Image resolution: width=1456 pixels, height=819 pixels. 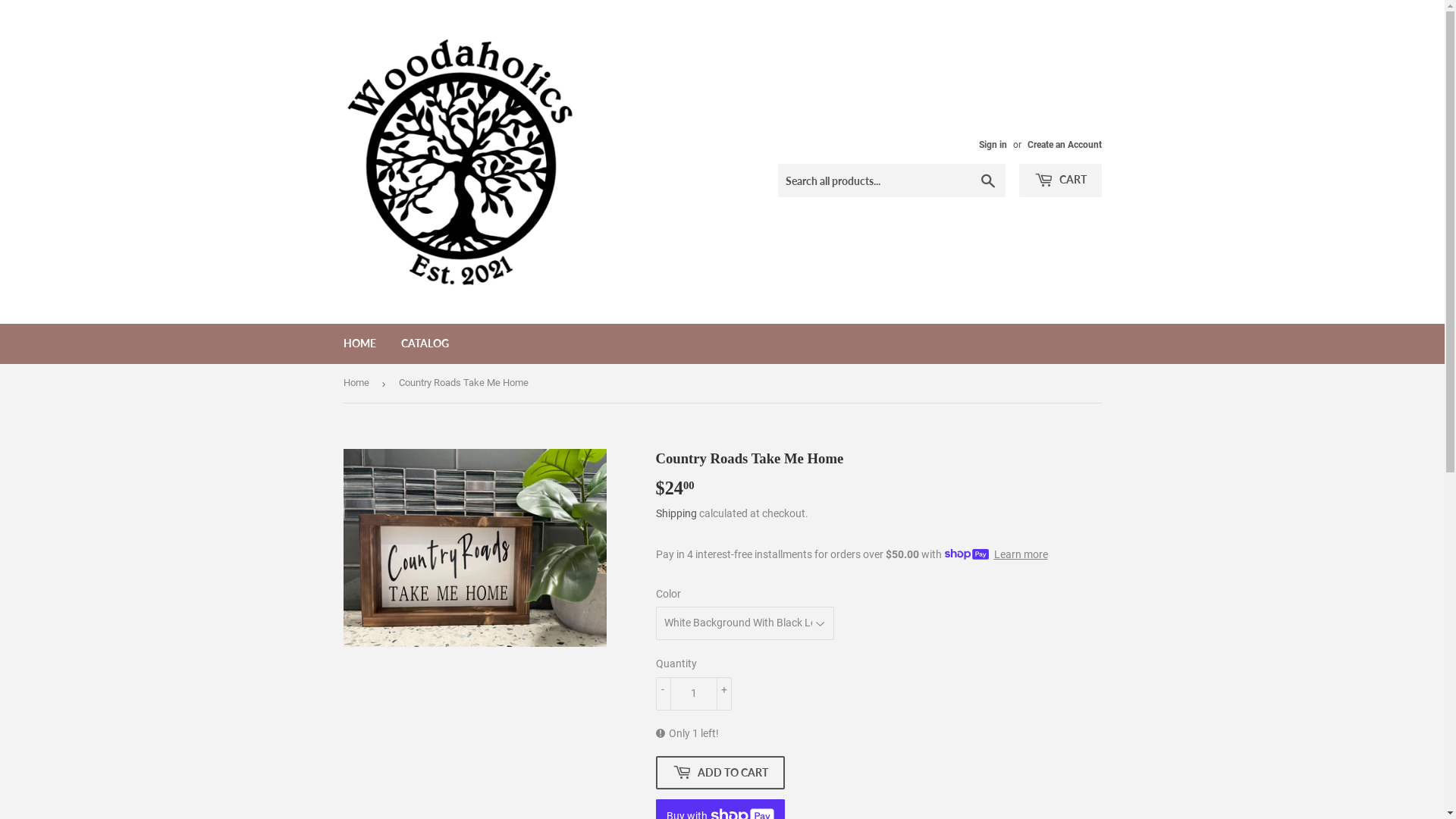 I want to click on 'Create an Account', so click(x=1062, y=145).